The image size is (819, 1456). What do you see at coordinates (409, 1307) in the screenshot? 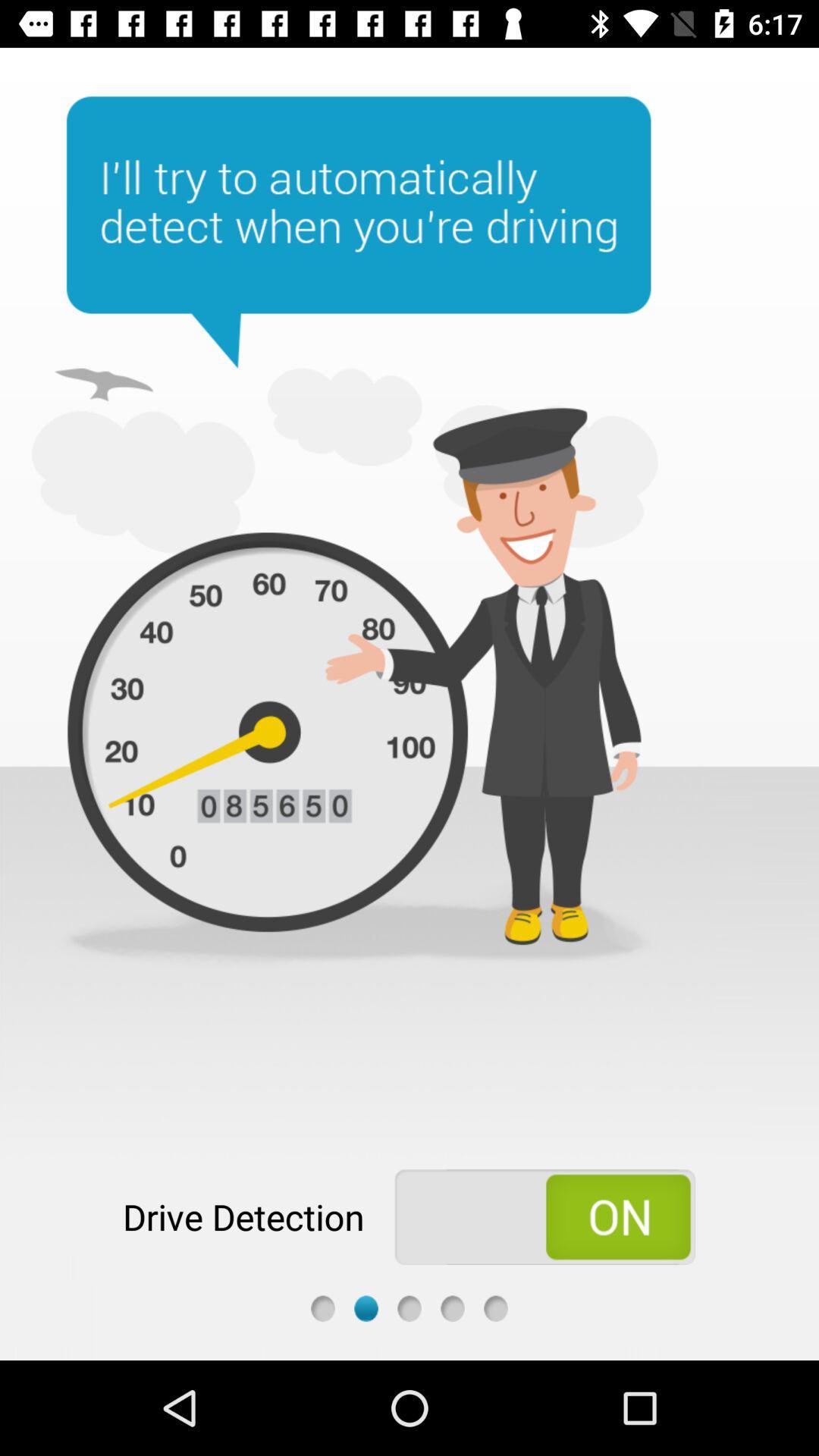
I see `next page` at bounding box center [409, 1307].